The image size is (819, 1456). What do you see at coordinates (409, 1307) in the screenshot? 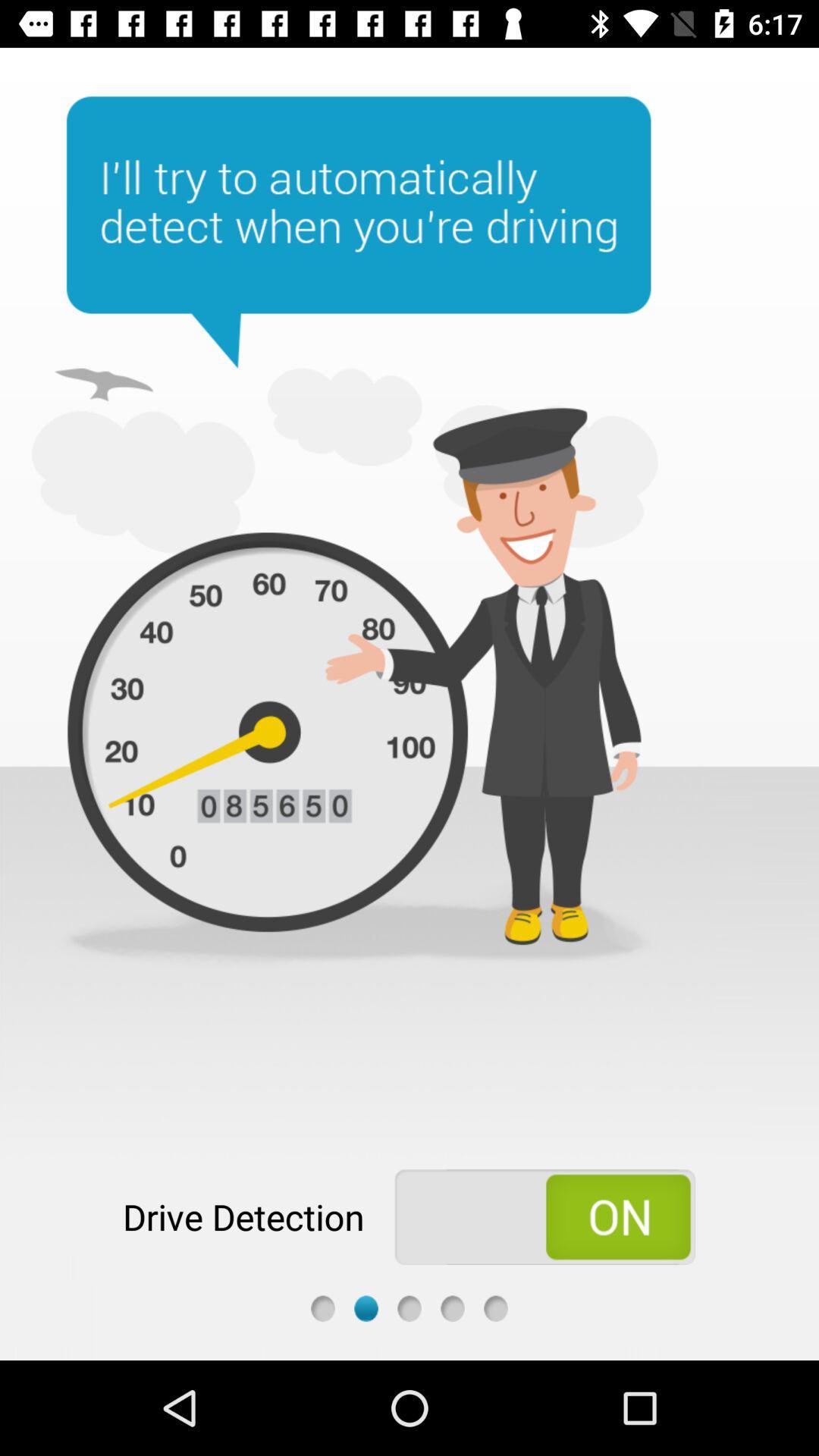
I see `next page` at bounding box center [409, 1307].